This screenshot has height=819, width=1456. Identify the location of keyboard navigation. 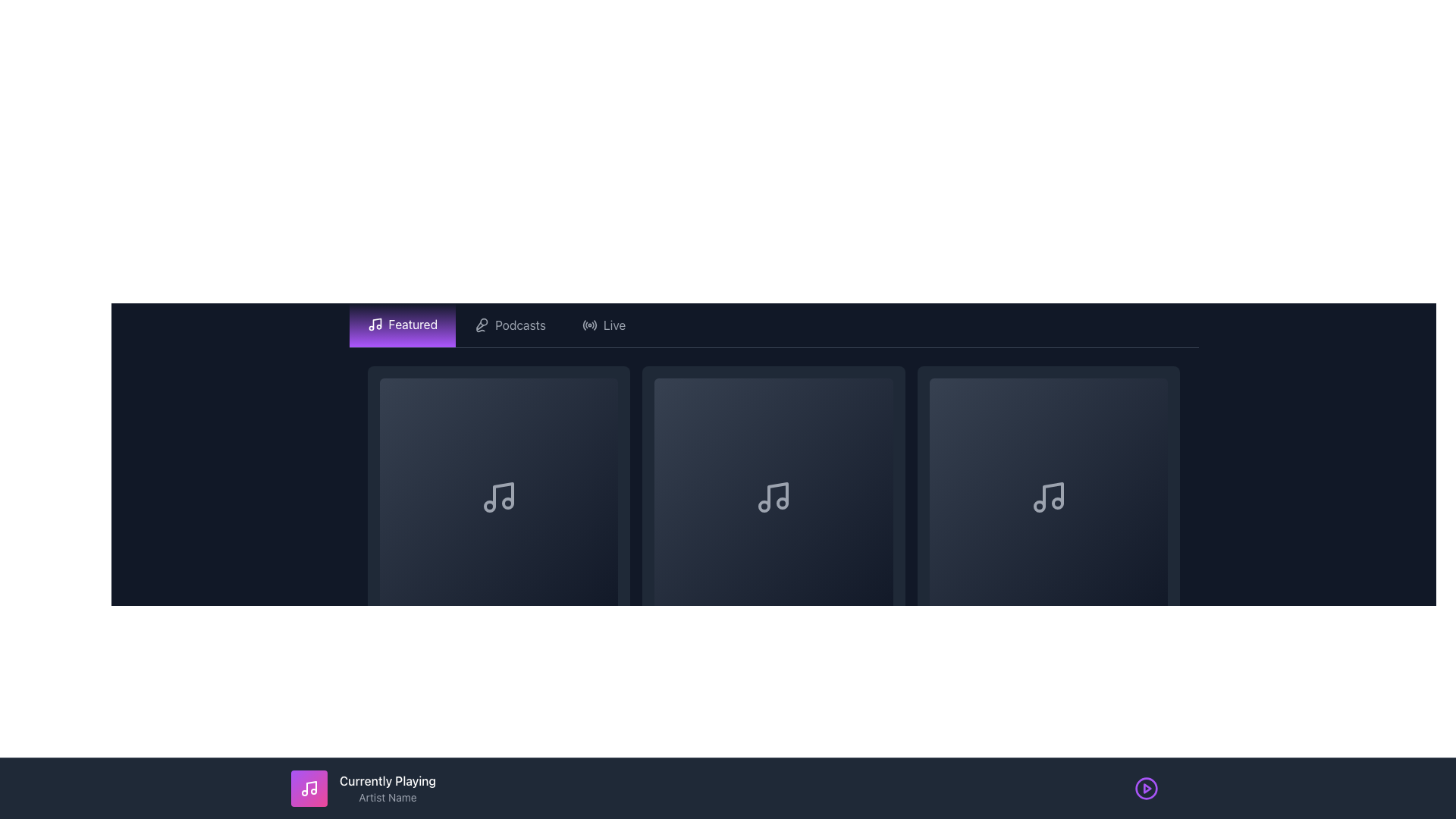
(498, 519).